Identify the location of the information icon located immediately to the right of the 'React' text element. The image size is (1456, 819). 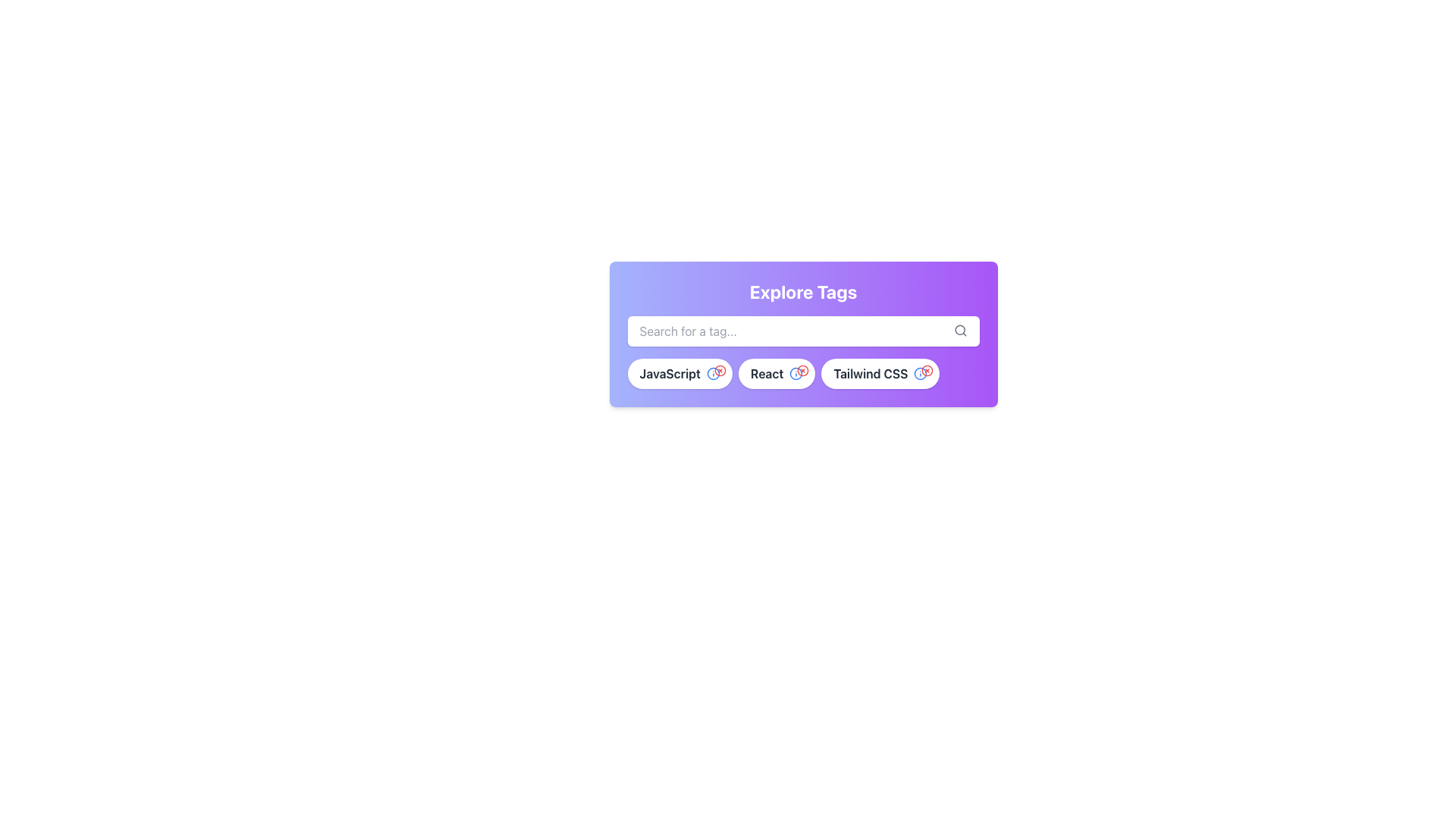
(795, 374).